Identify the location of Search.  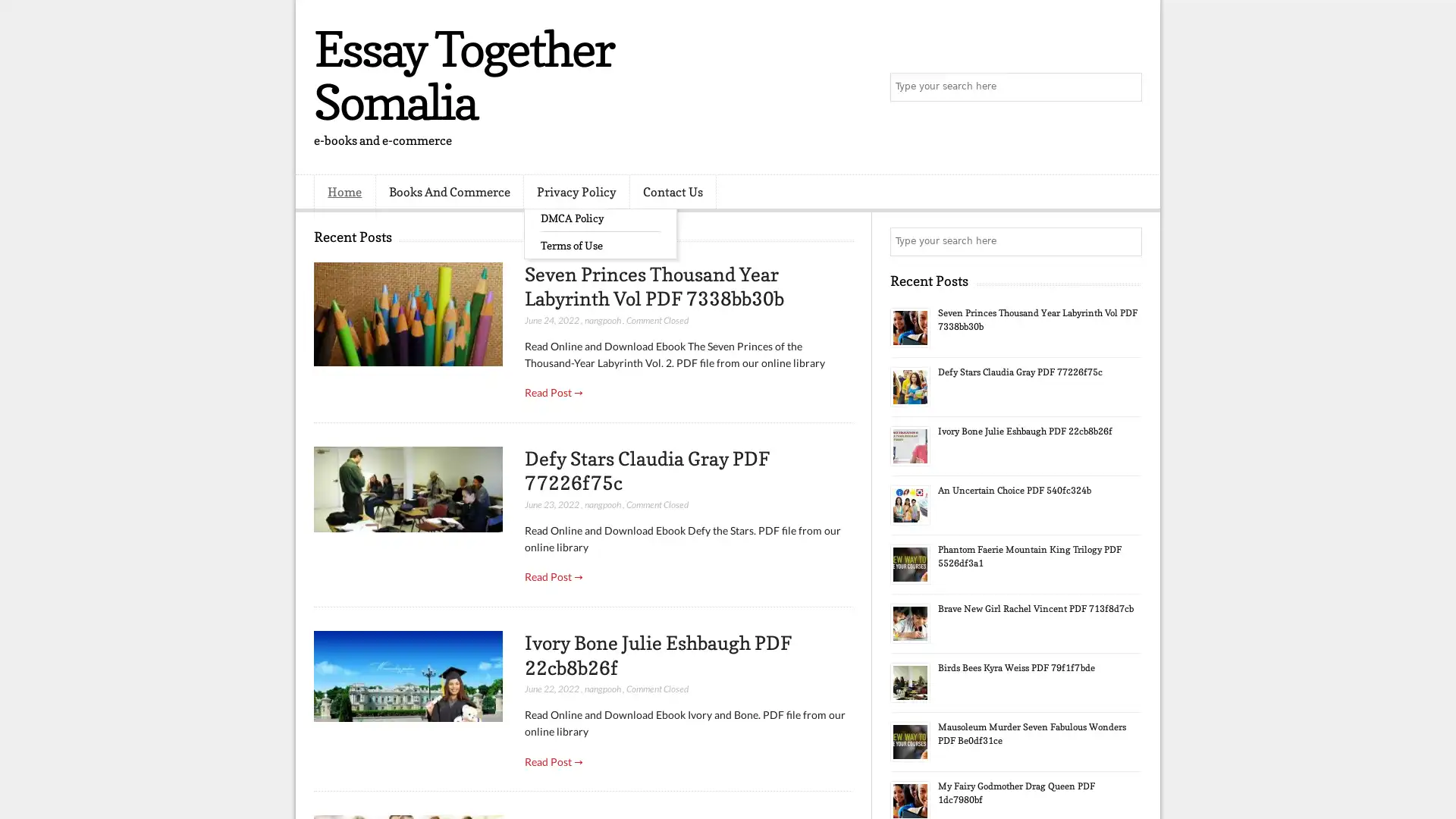
(1126, 87).